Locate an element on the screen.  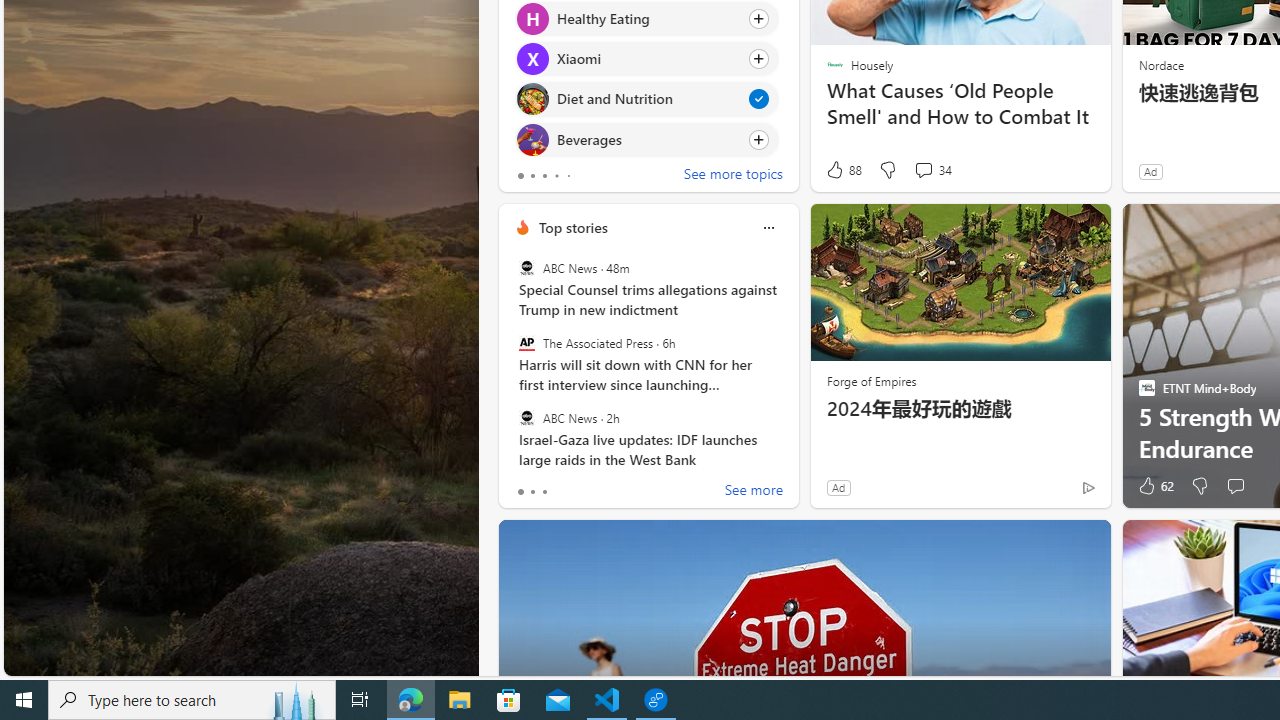
'tab-0' is located at coordinates (520, 492).